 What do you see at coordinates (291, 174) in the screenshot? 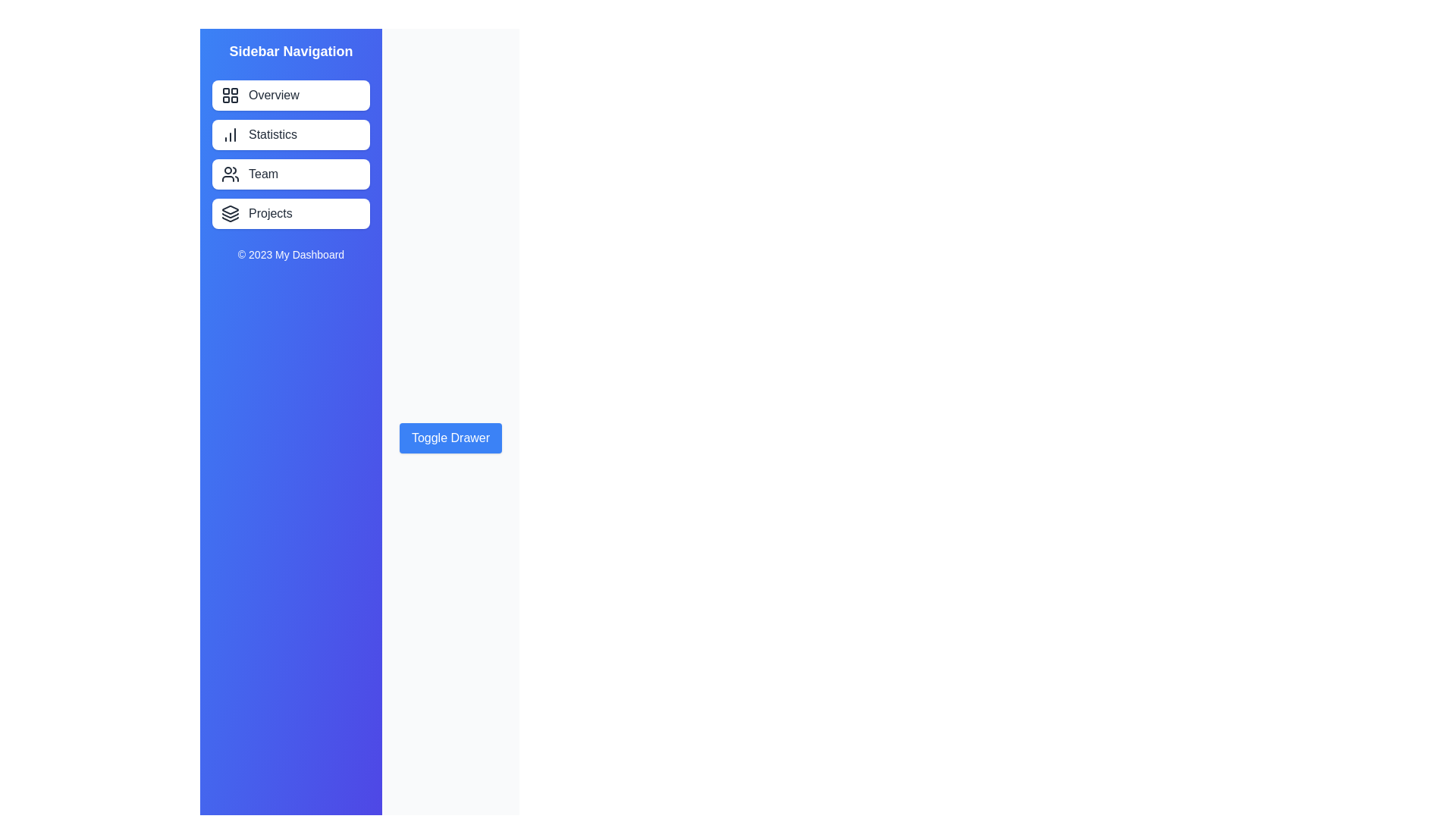
I see `the sidebar menu item Team` at bounding box center [291, 174].